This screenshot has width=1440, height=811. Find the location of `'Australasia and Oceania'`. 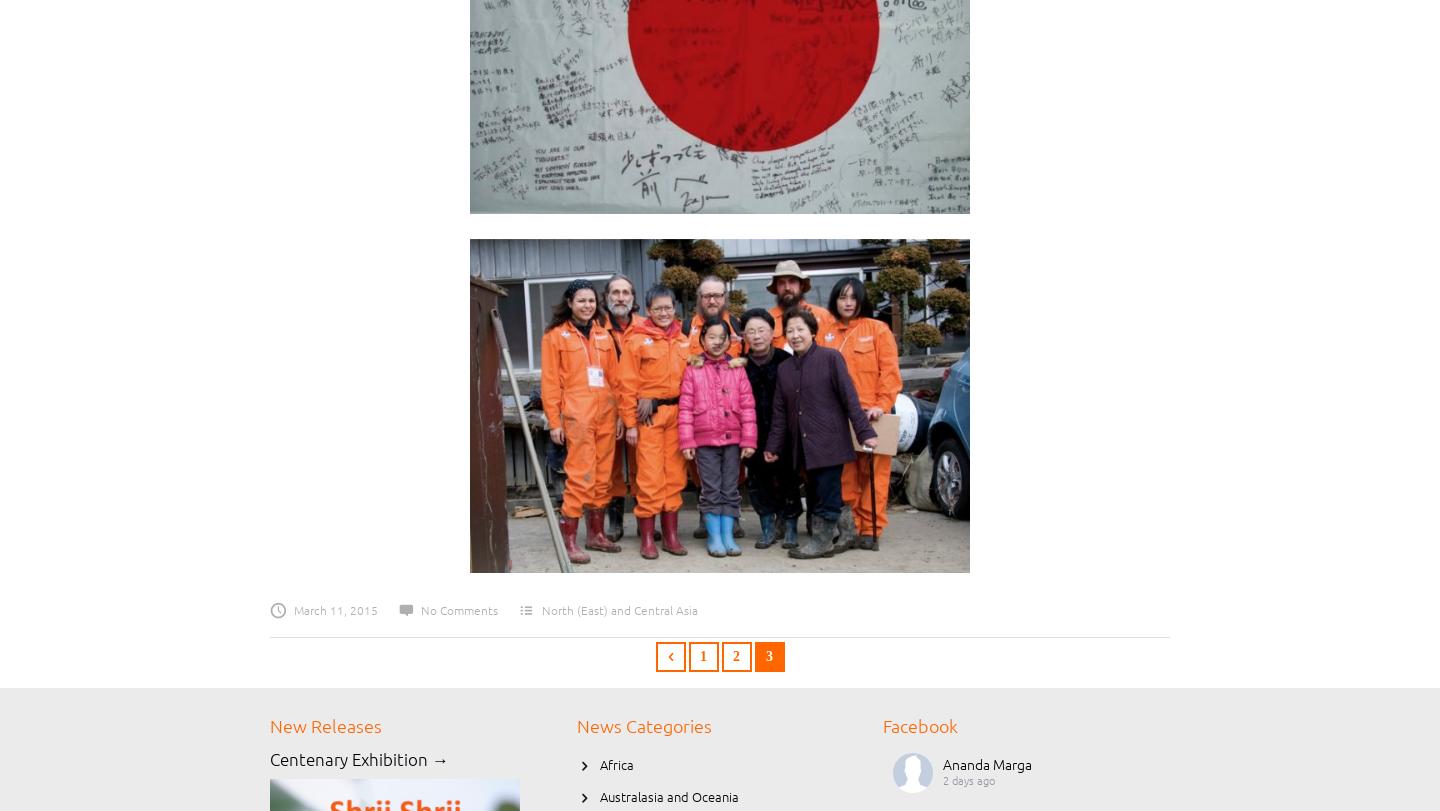

'Australasia and Oceania' is located at coordinates (669, 796).